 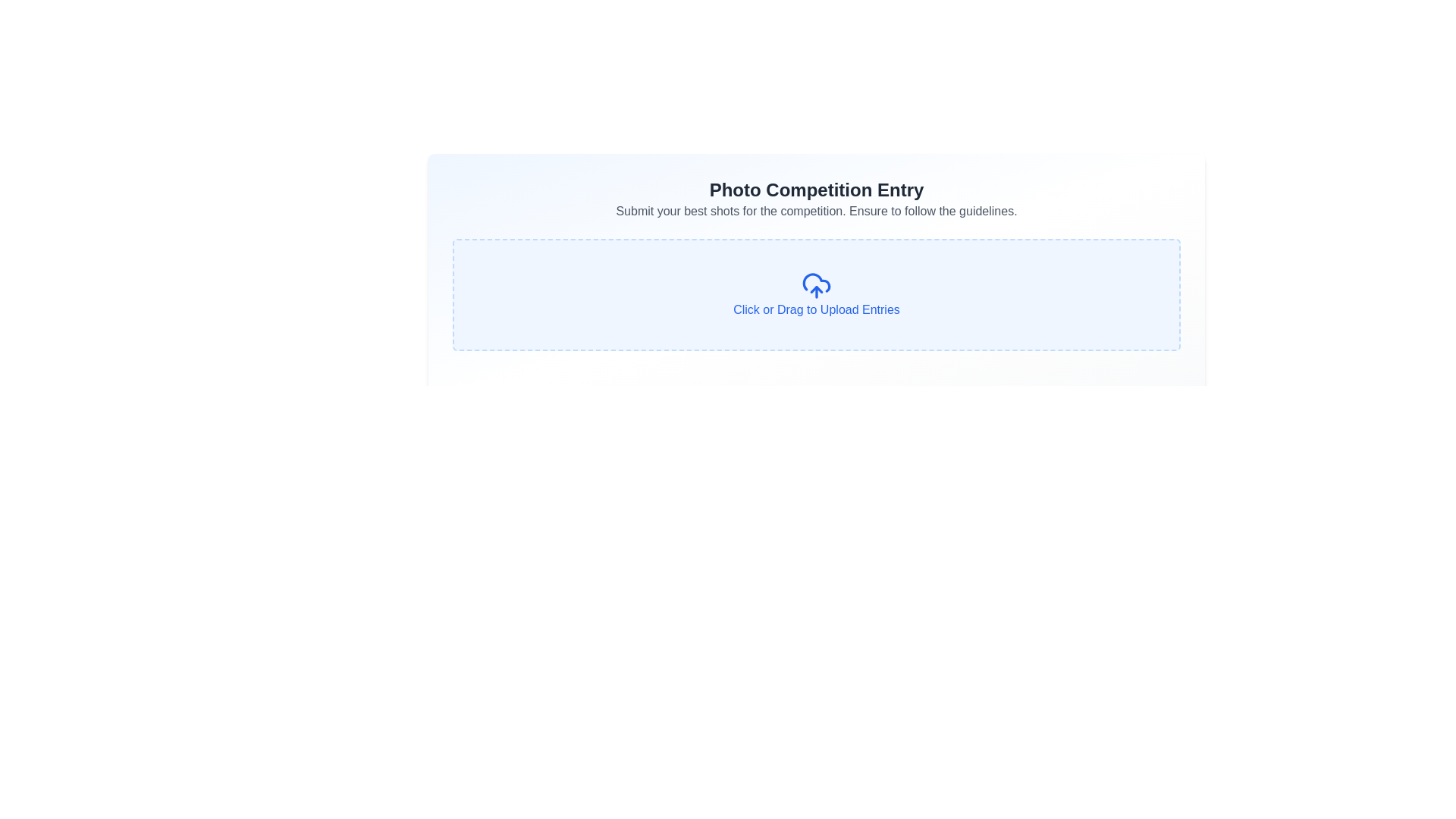 I want to click on the text block containing the heading 'Photo Competition Entry' and the subheading 'Submit your best shots for the competition. Ensure to follow the guidelines.', so click(x=815, y=198).